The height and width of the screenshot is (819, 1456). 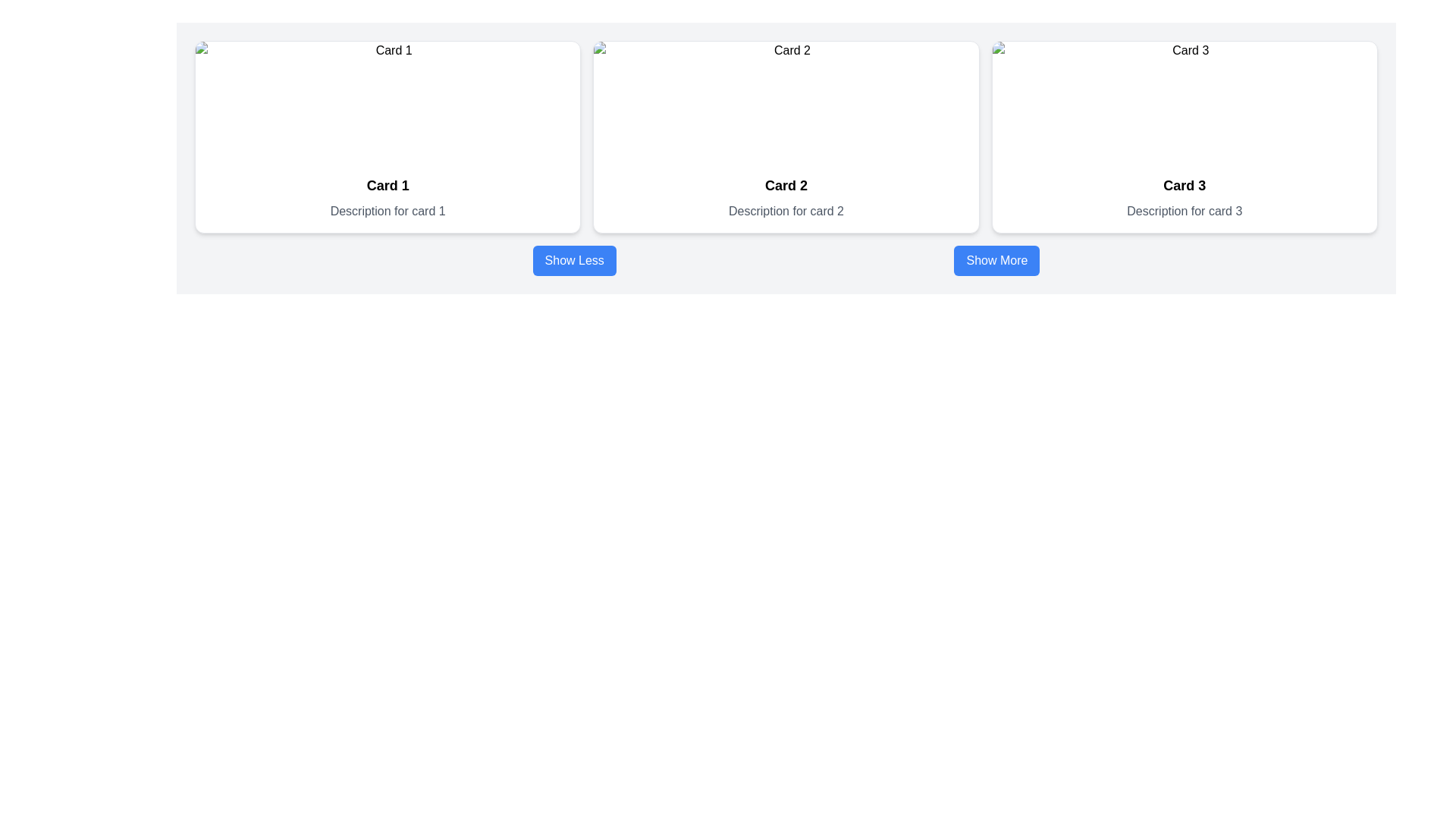 What do you see at coordinates (388, 137) in the screenshot?
I see `the title 'Card 1' on the first card in the grid layout` at bounding box center [388, 137].